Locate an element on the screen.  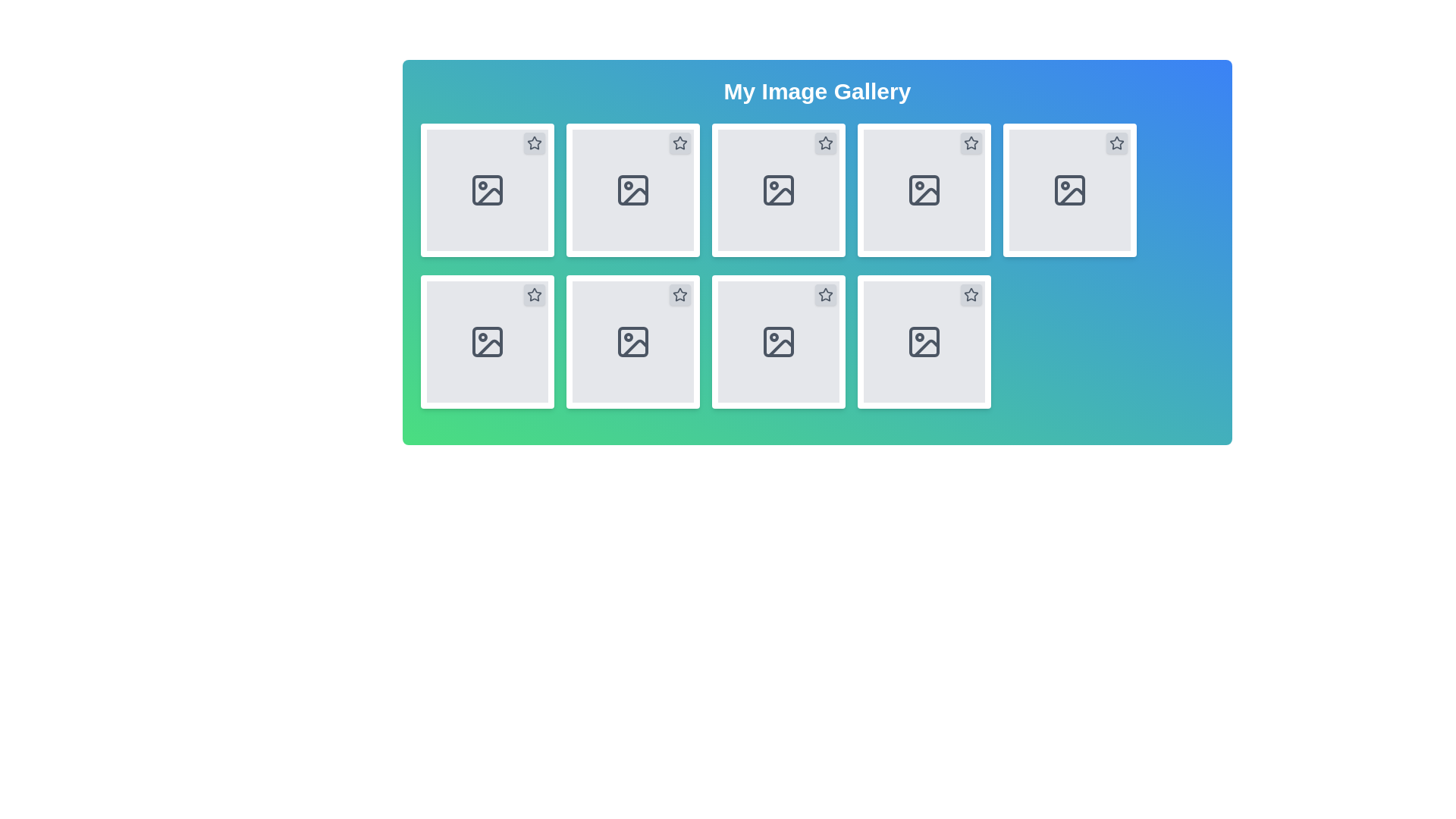
the image placeholder icon located in the third row, second column of the 'My Image Gallery' section is located at coordinates (779, 342).